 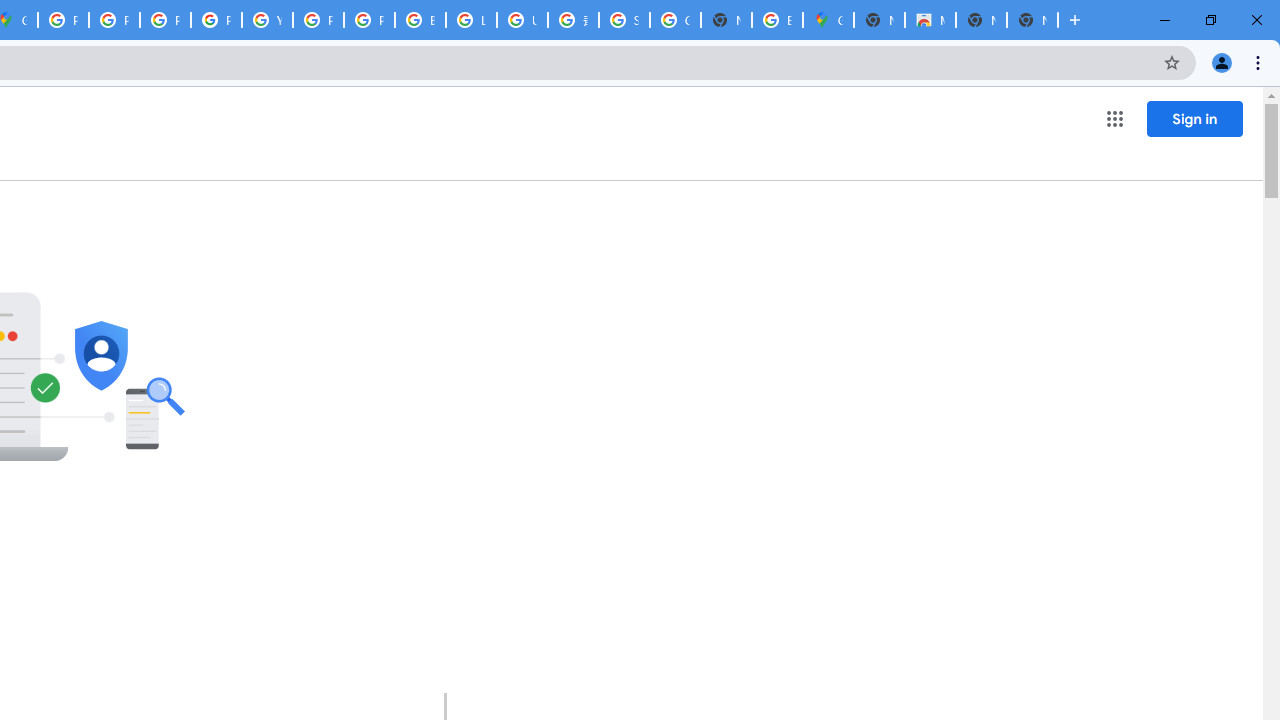 I want to click on 'YouTube', so click(x=266, y=20).